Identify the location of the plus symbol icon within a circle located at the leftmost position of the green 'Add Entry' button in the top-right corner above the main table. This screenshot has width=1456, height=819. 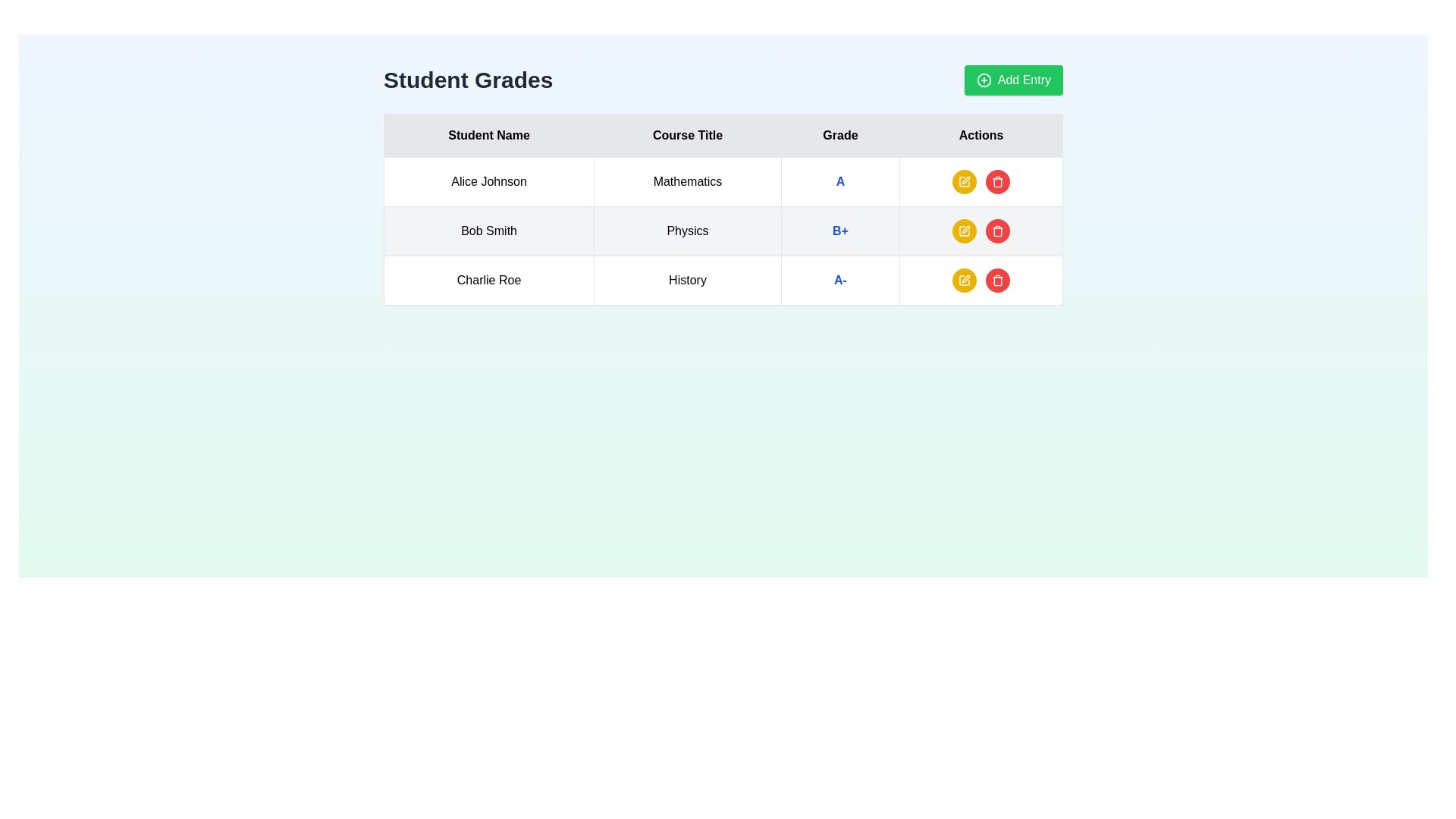
(984, 80).